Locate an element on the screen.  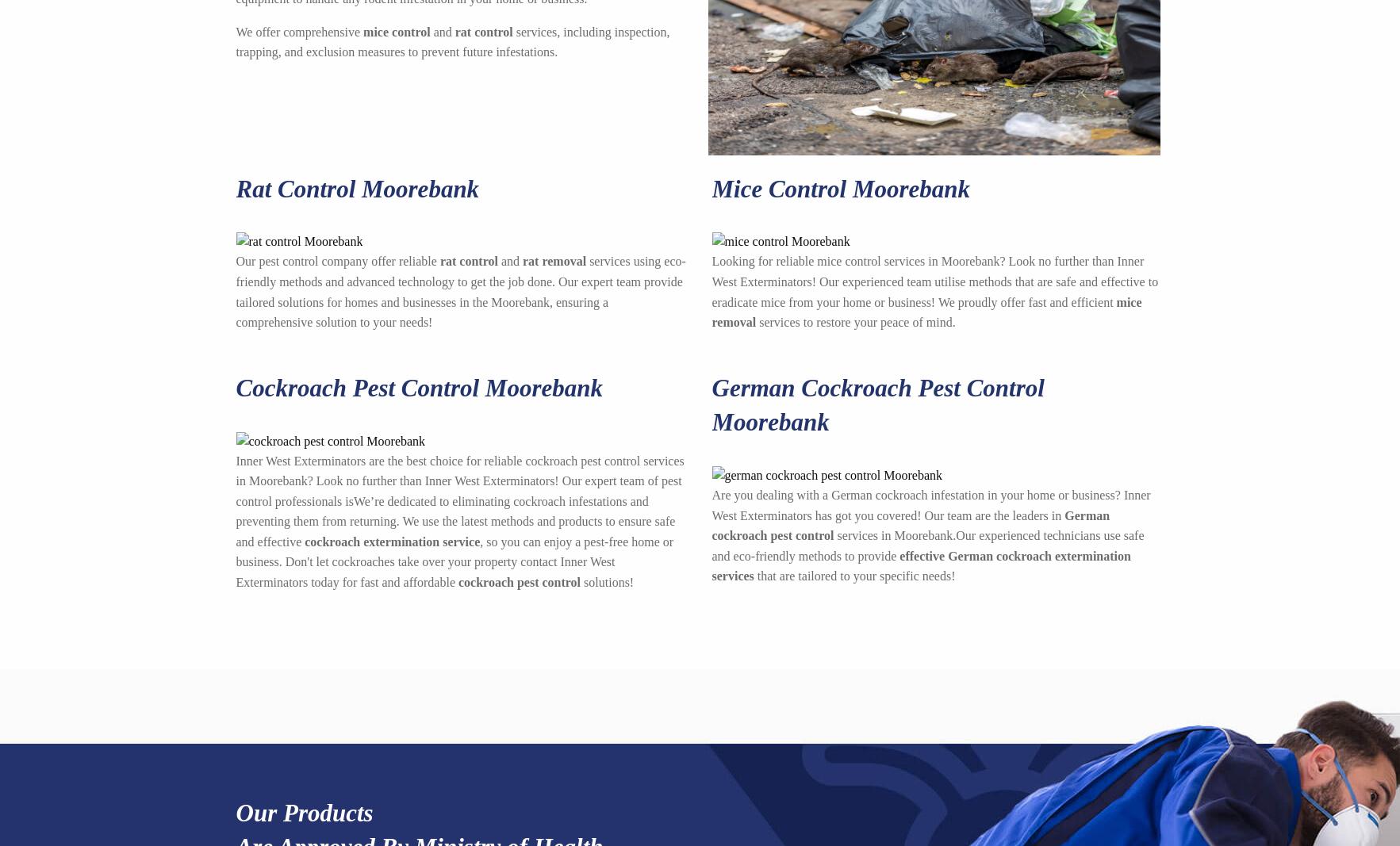
'Our Products' is located at coordinates (303, 812).